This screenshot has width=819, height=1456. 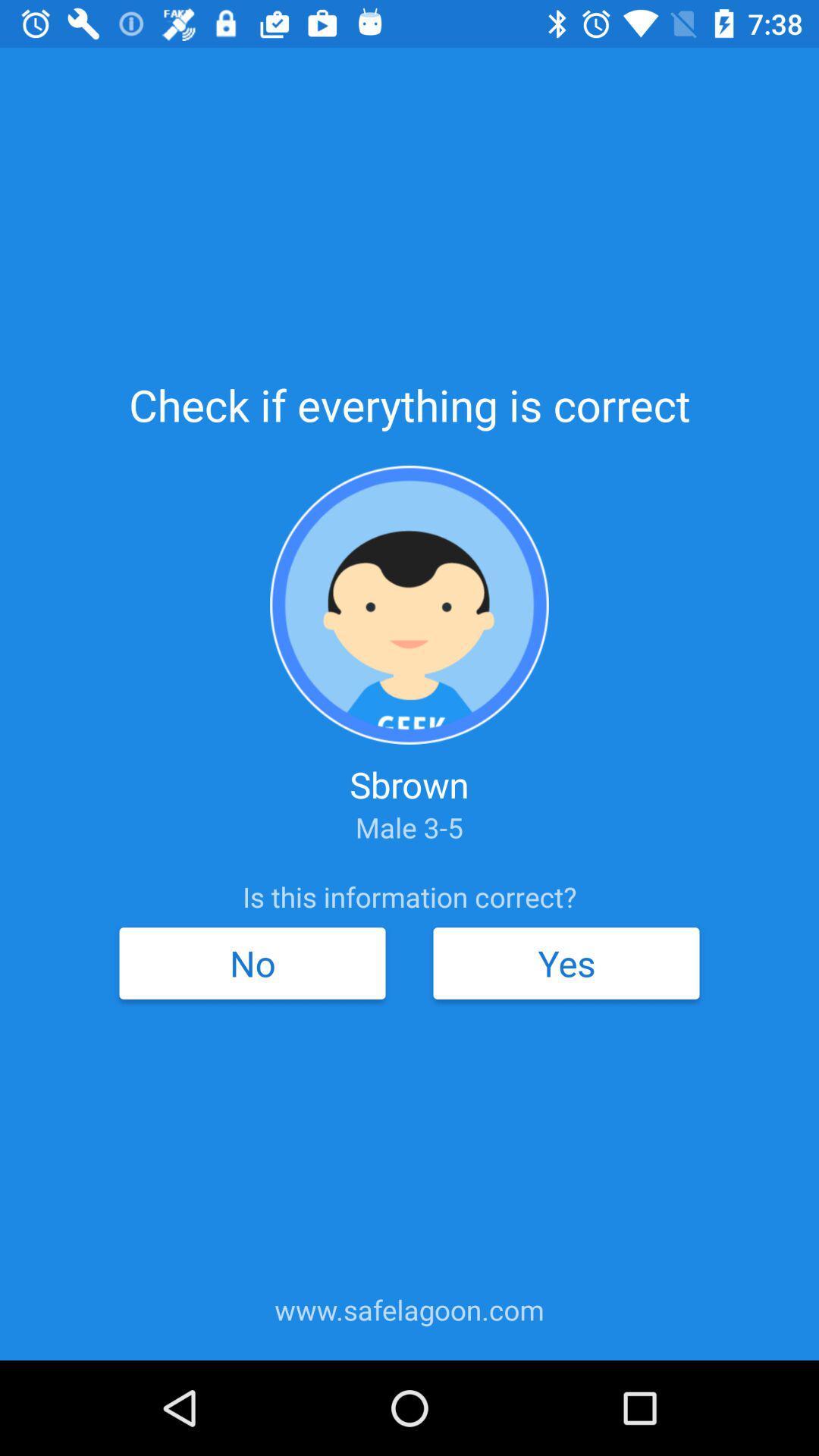 I want to click on item next to no, so click(x=566, y=962).